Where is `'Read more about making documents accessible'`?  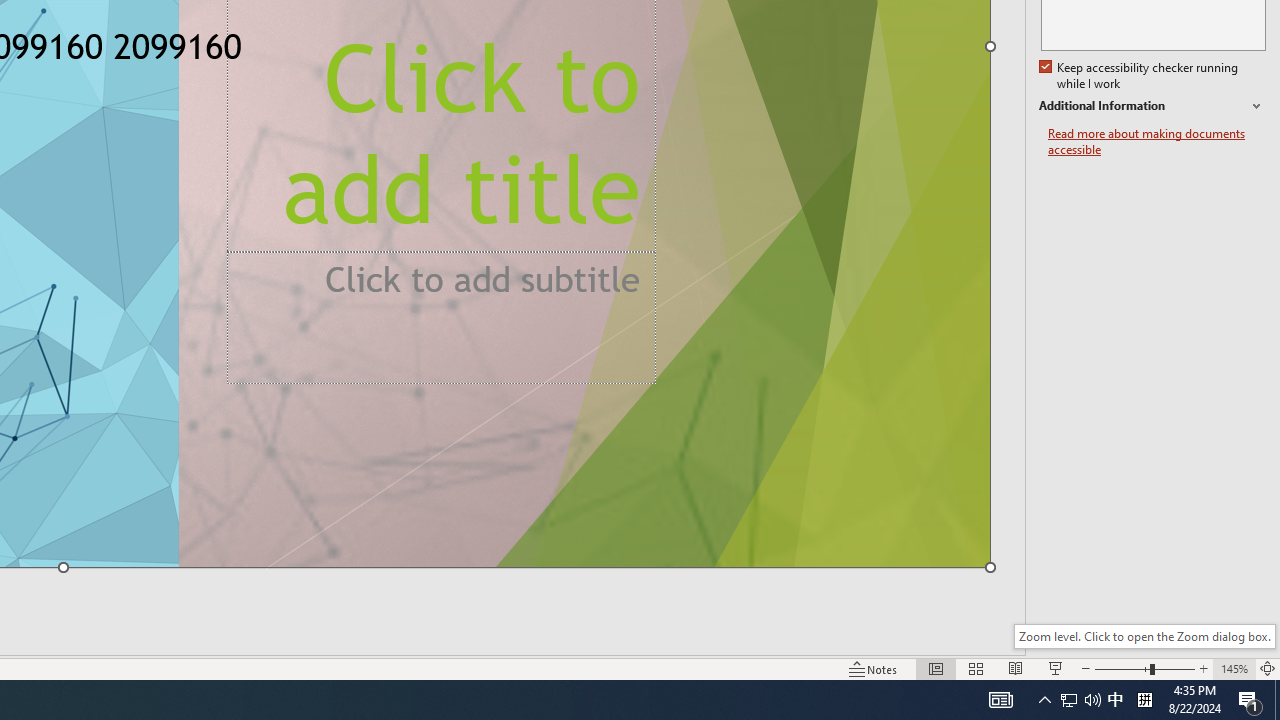
'Read more about making documents accessible' is located at coordinates (1157, 141).